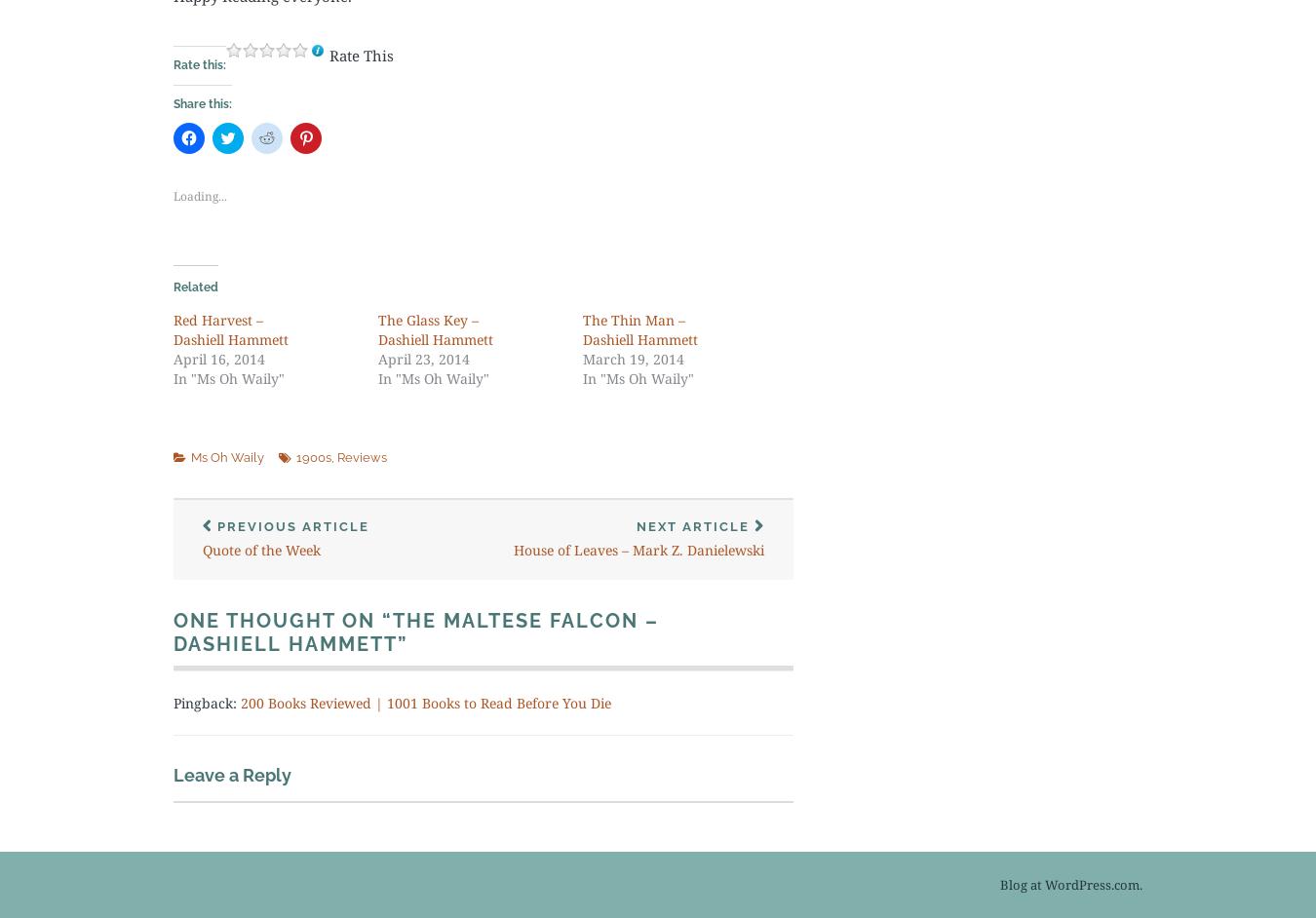  What do you see at coordinates (207, 701) in the screenshot?
I see `'Pingback:'` at bounding box center [207, 701].